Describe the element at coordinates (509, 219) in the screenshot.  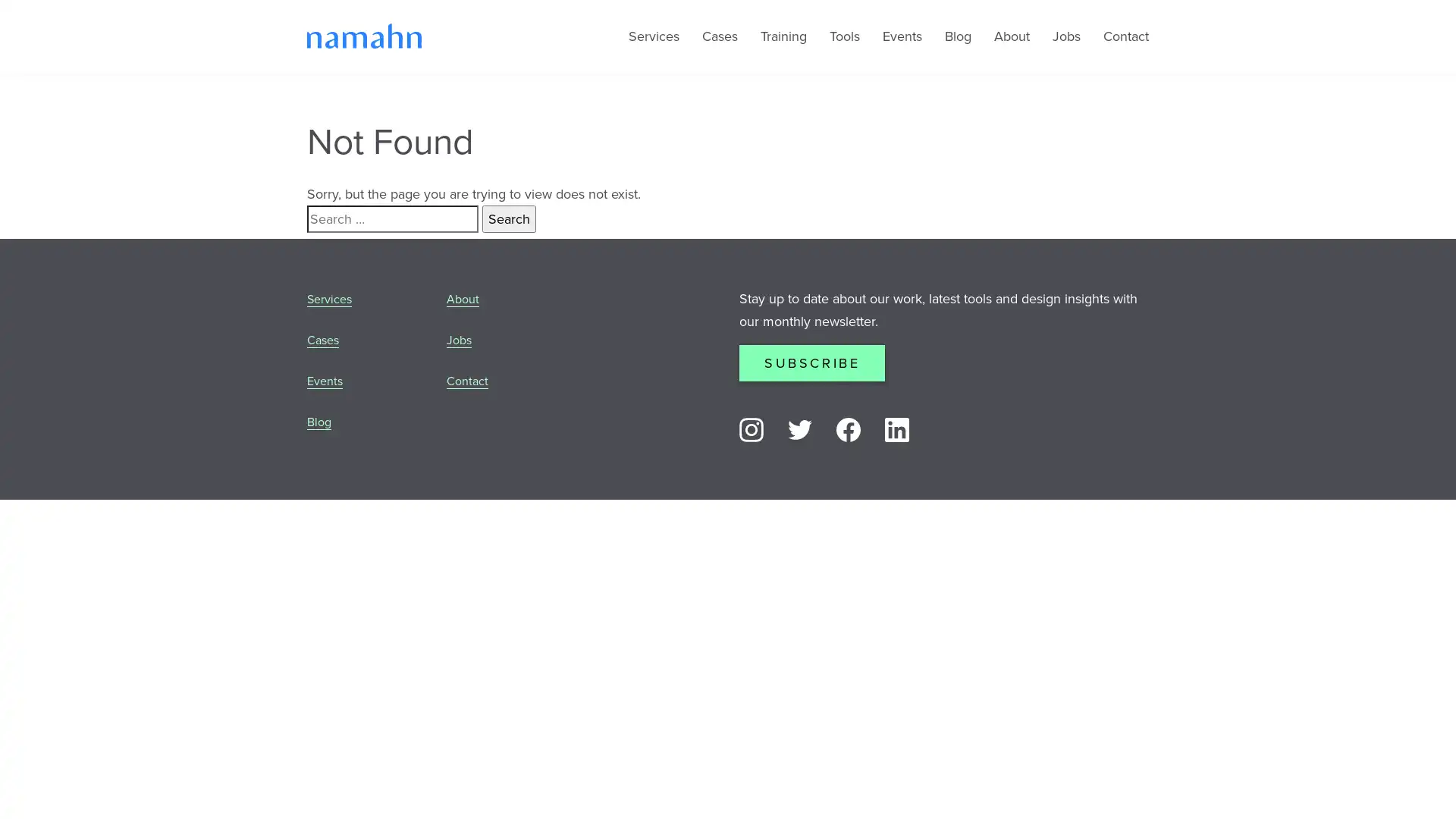
I see `Search` at that location.